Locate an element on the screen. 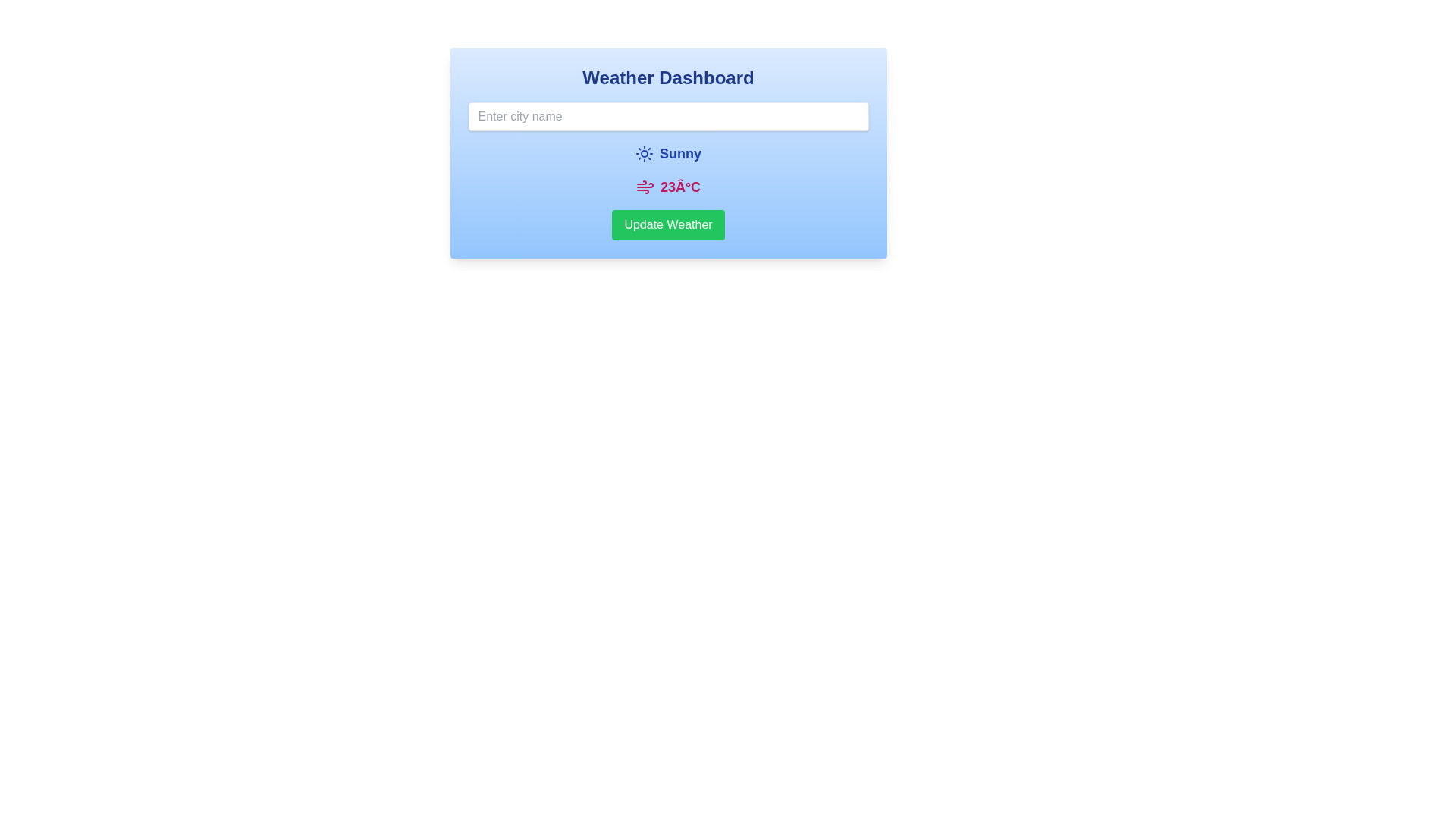  the weather condition display element which consists of a sun icon and the text 'Sunny' in bold blue font, located in the weather details card is located at coordinates (667, 154).